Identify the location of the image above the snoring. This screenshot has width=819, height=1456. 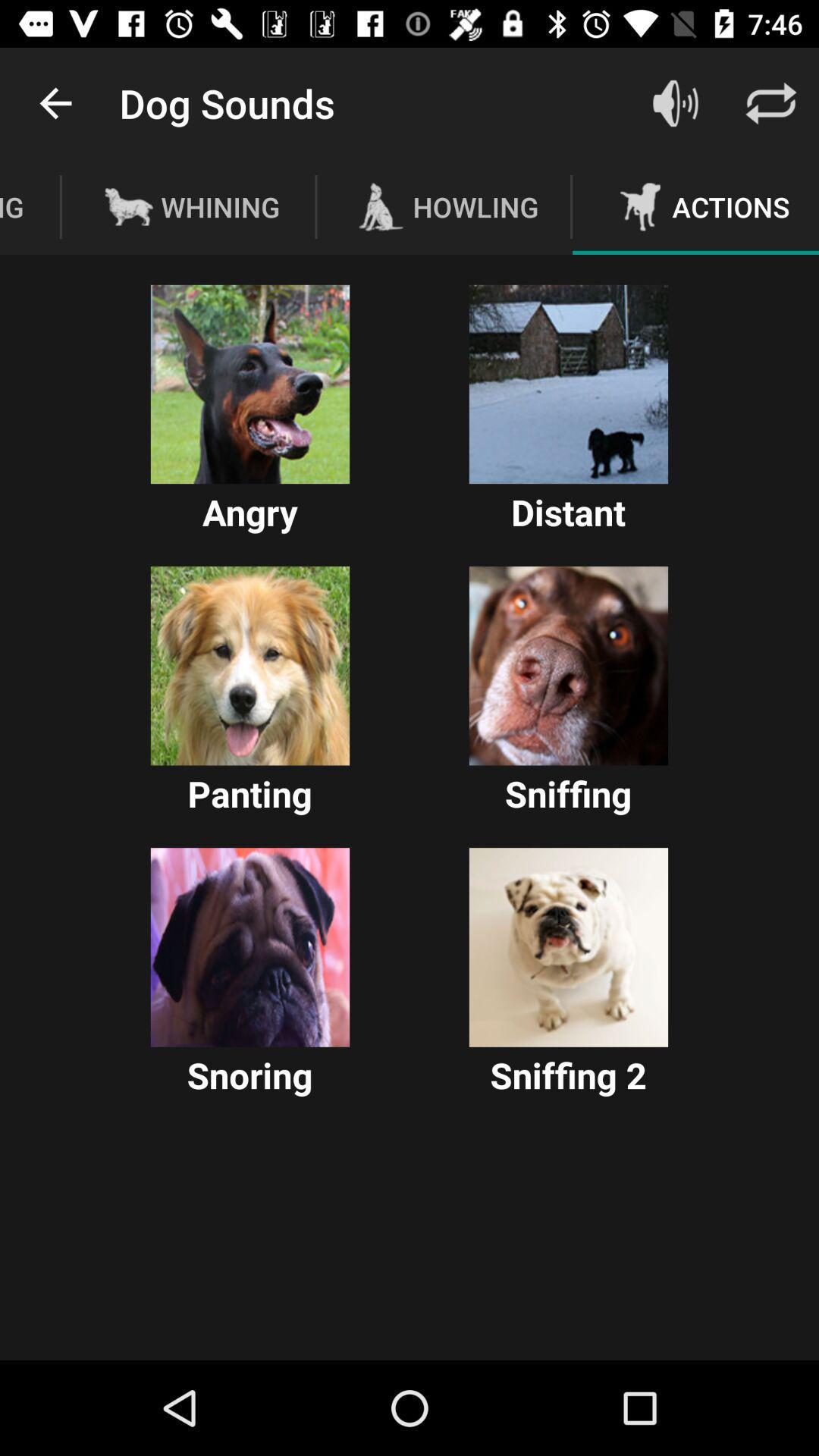
(249, 946).